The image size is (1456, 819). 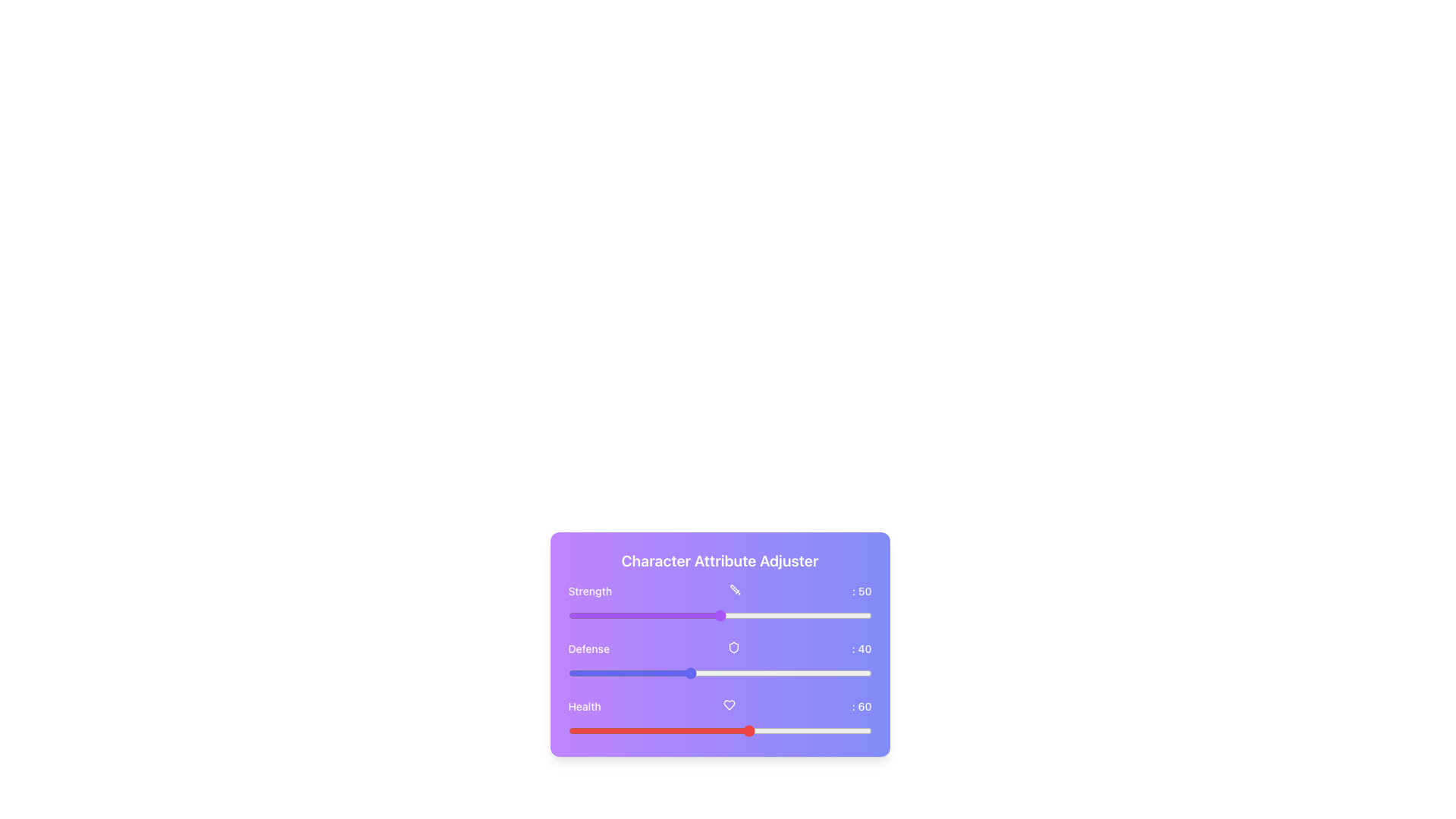 What do you see at coordinates (725, 616) in the screenshot?
I see `the Strength attribute` at bounding box center [725, 616].